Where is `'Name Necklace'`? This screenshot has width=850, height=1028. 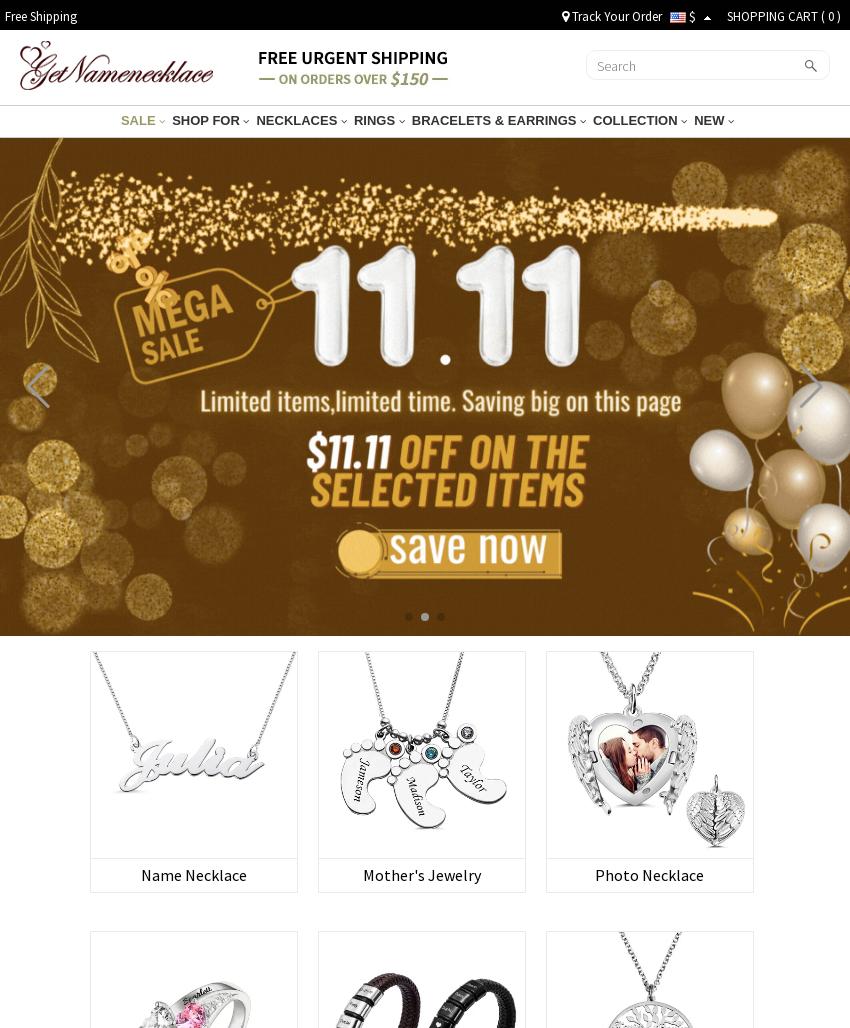
'Name Necklace' is located at coordinates (192, 873).